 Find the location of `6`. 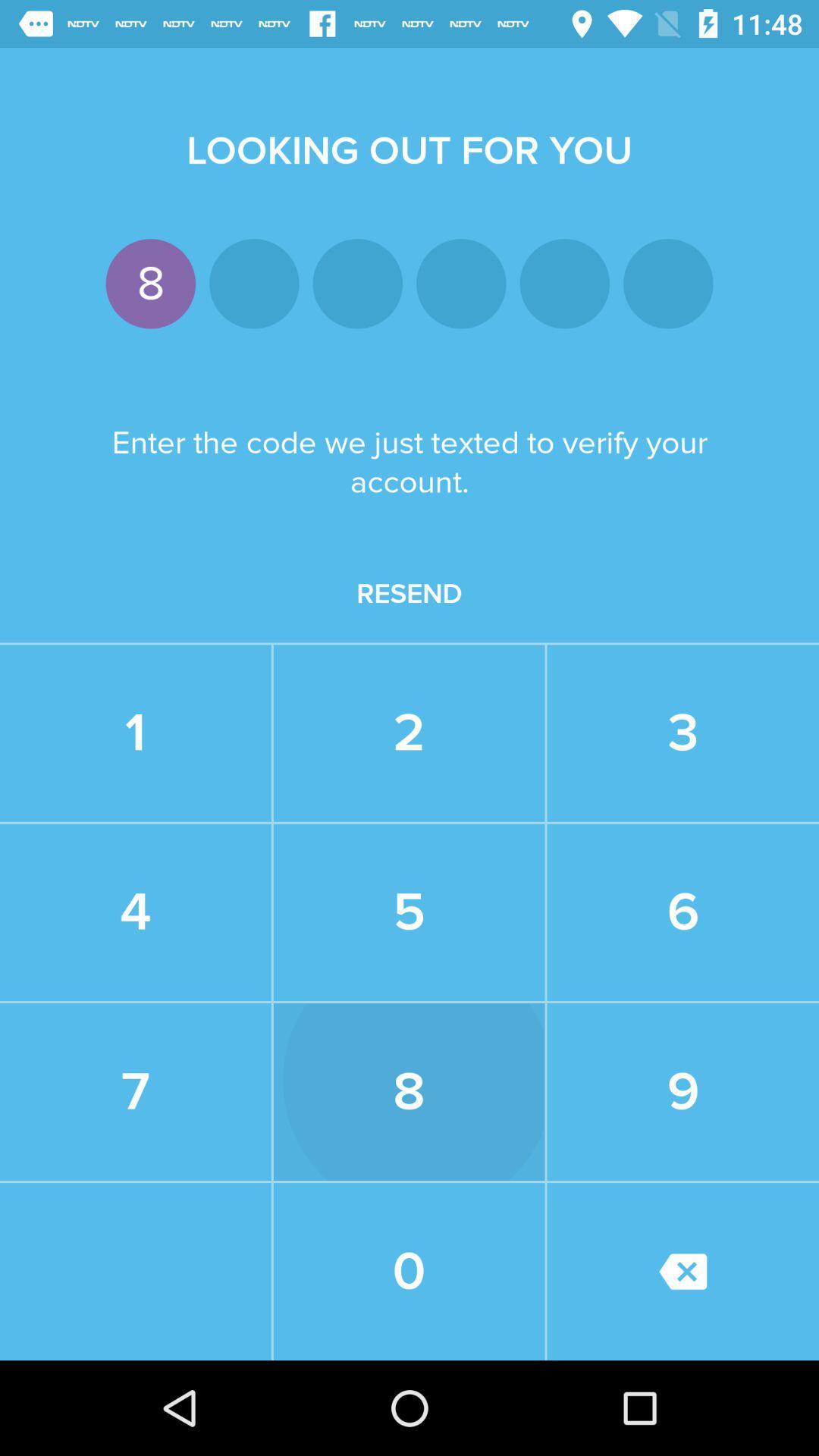

6 is located at coordinates (683, 912).